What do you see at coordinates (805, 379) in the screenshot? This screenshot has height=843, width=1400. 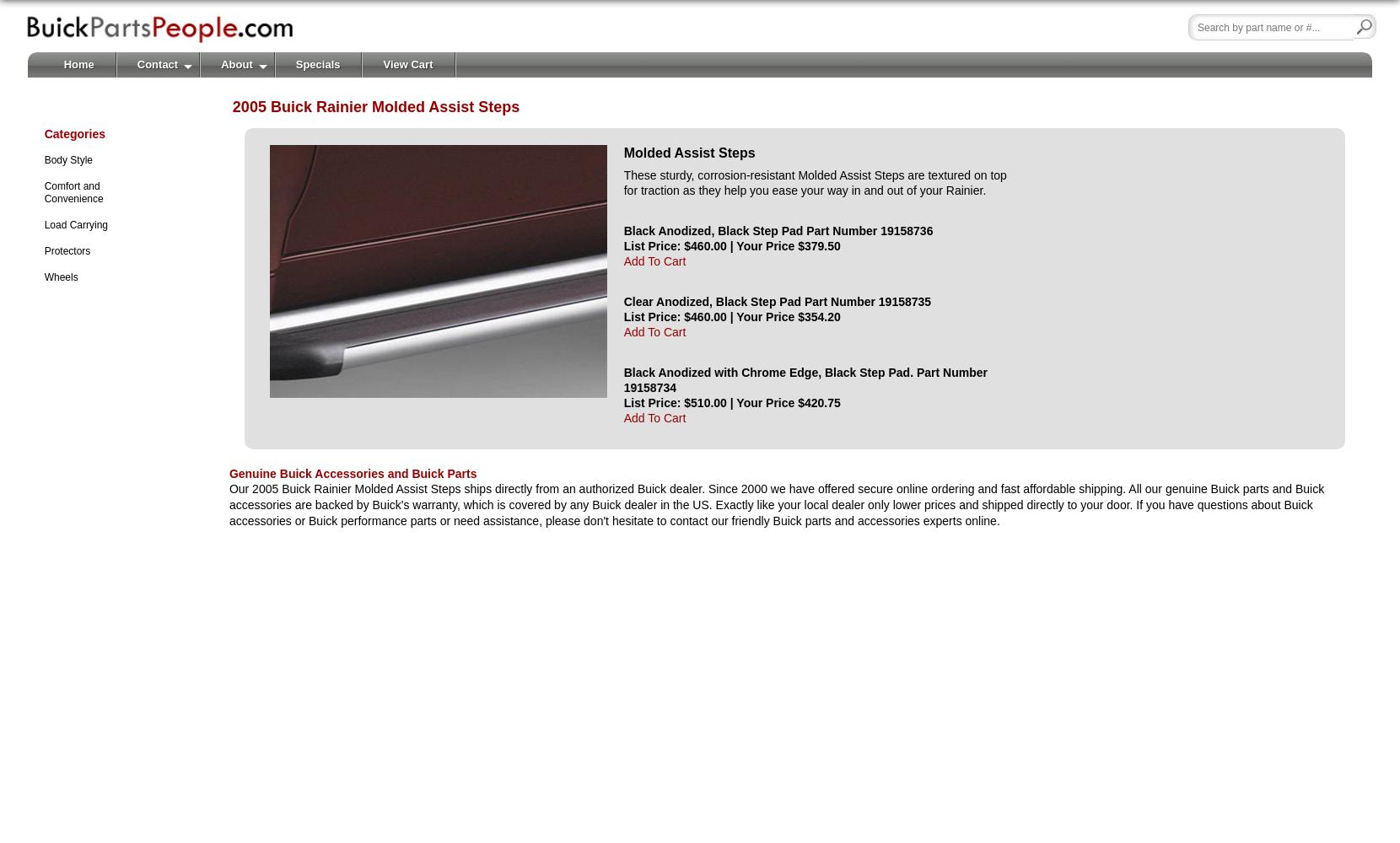 I see `'Black Anodized with Chrome Edge, Black Step Pad. Part Number 19158734'` at bounding box center [805, 379].